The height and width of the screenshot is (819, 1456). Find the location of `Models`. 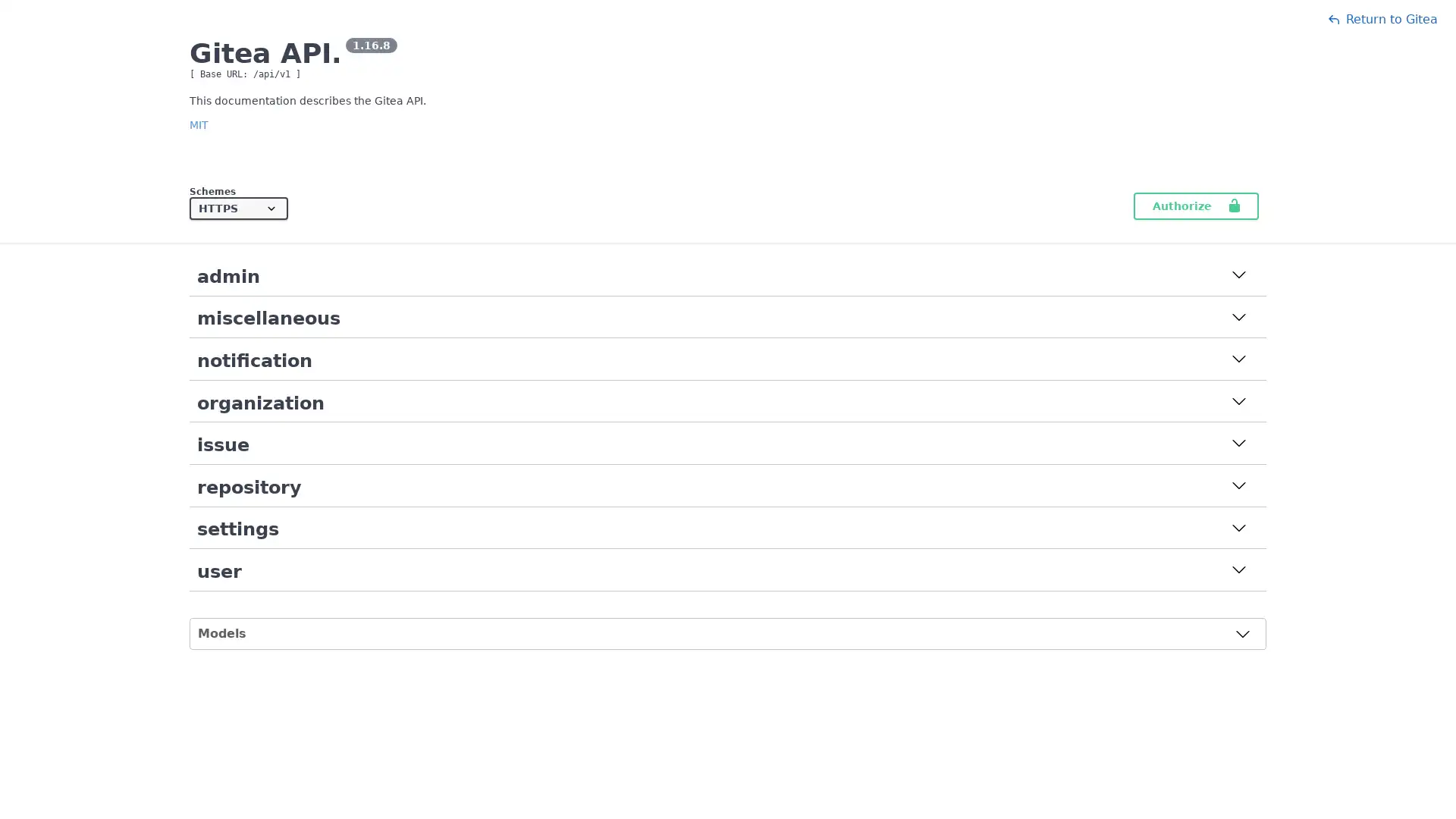

Models is located at coordinates (723, 632).